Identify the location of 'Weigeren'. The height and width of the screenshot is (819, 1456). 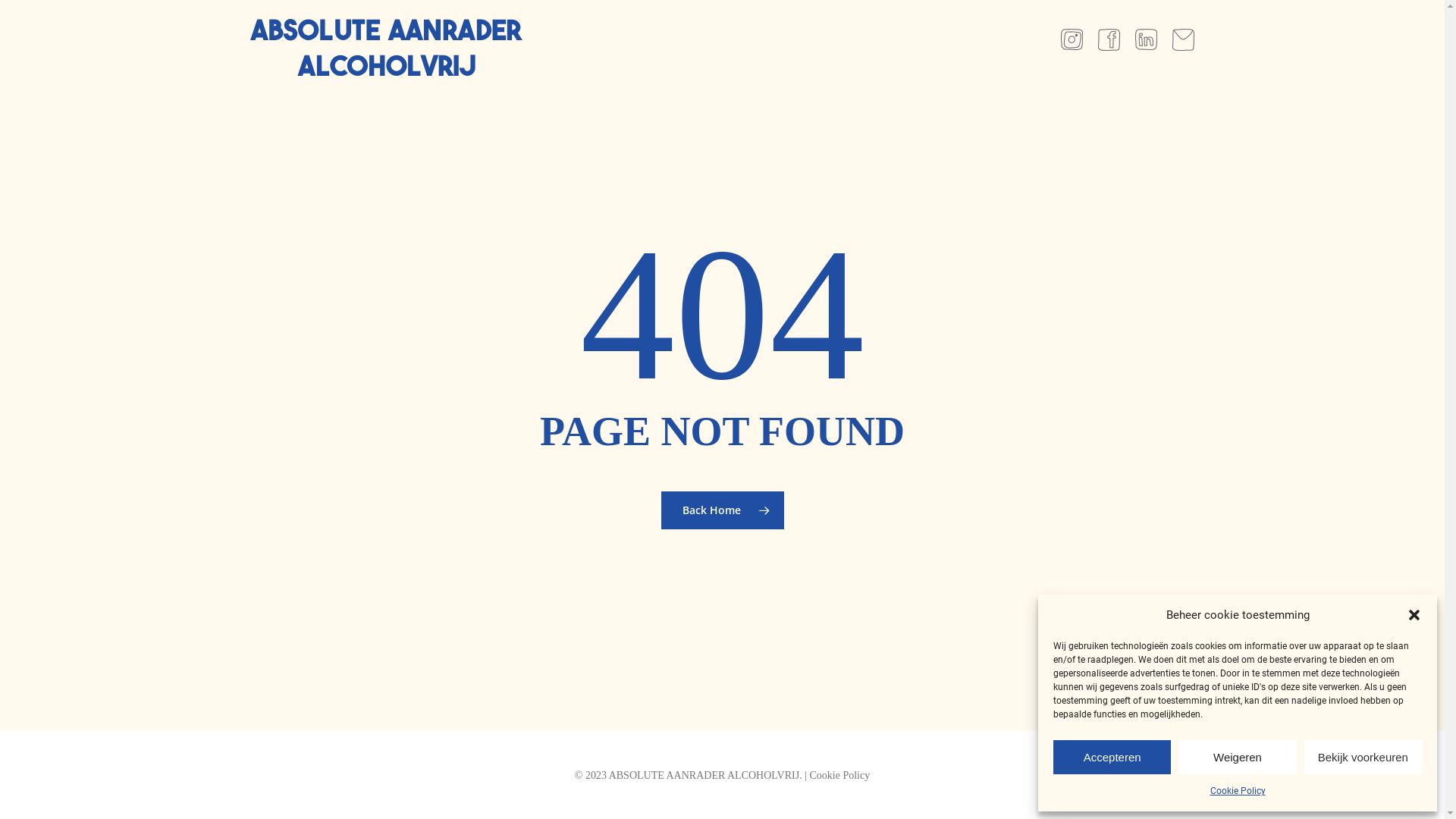
(1237, 757).